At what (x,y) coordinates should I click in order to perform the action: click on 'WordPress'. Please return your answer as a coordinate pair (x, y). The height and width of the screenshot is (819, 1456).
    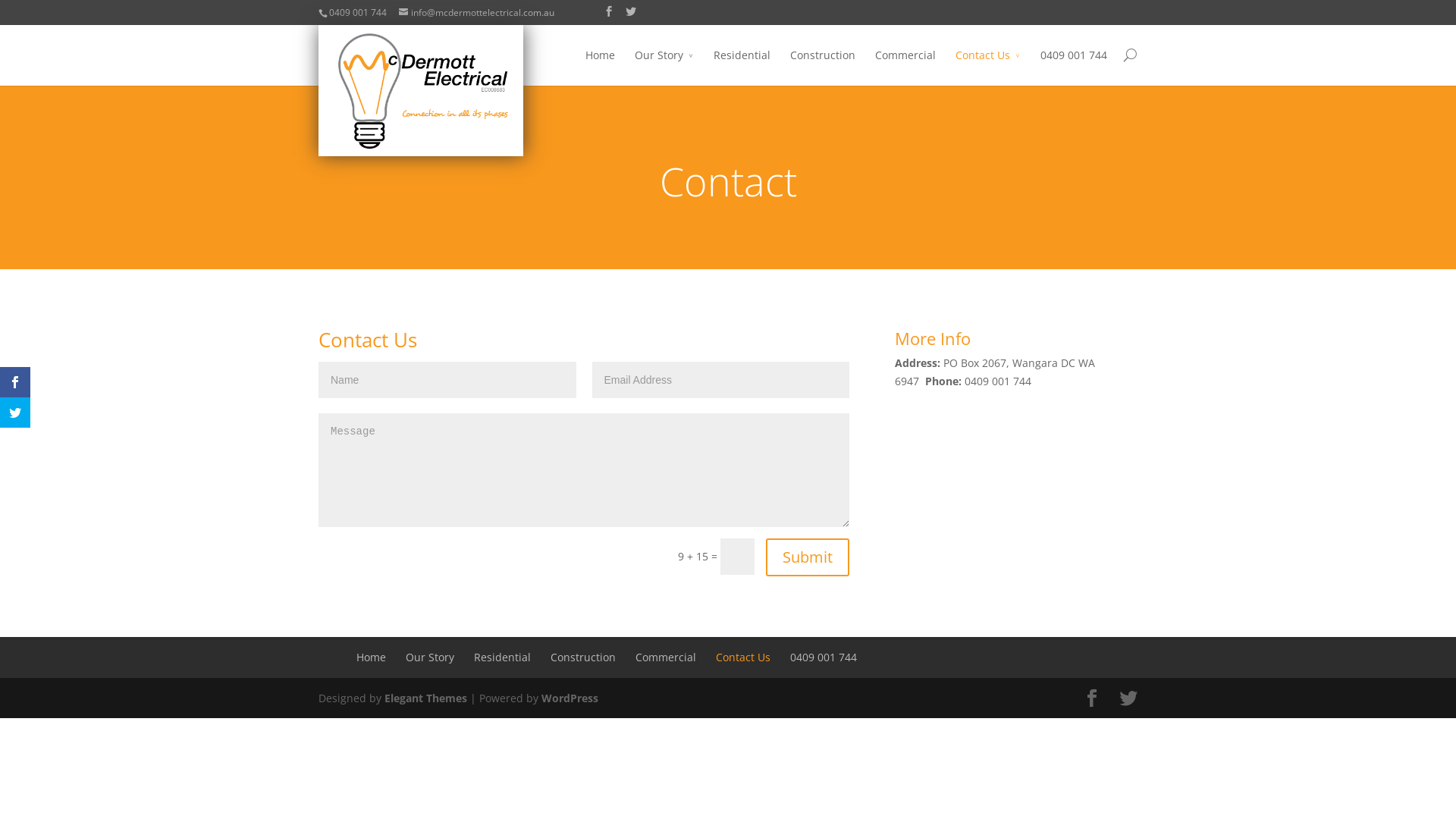
    Looking at the image, I should click on (541, 698).